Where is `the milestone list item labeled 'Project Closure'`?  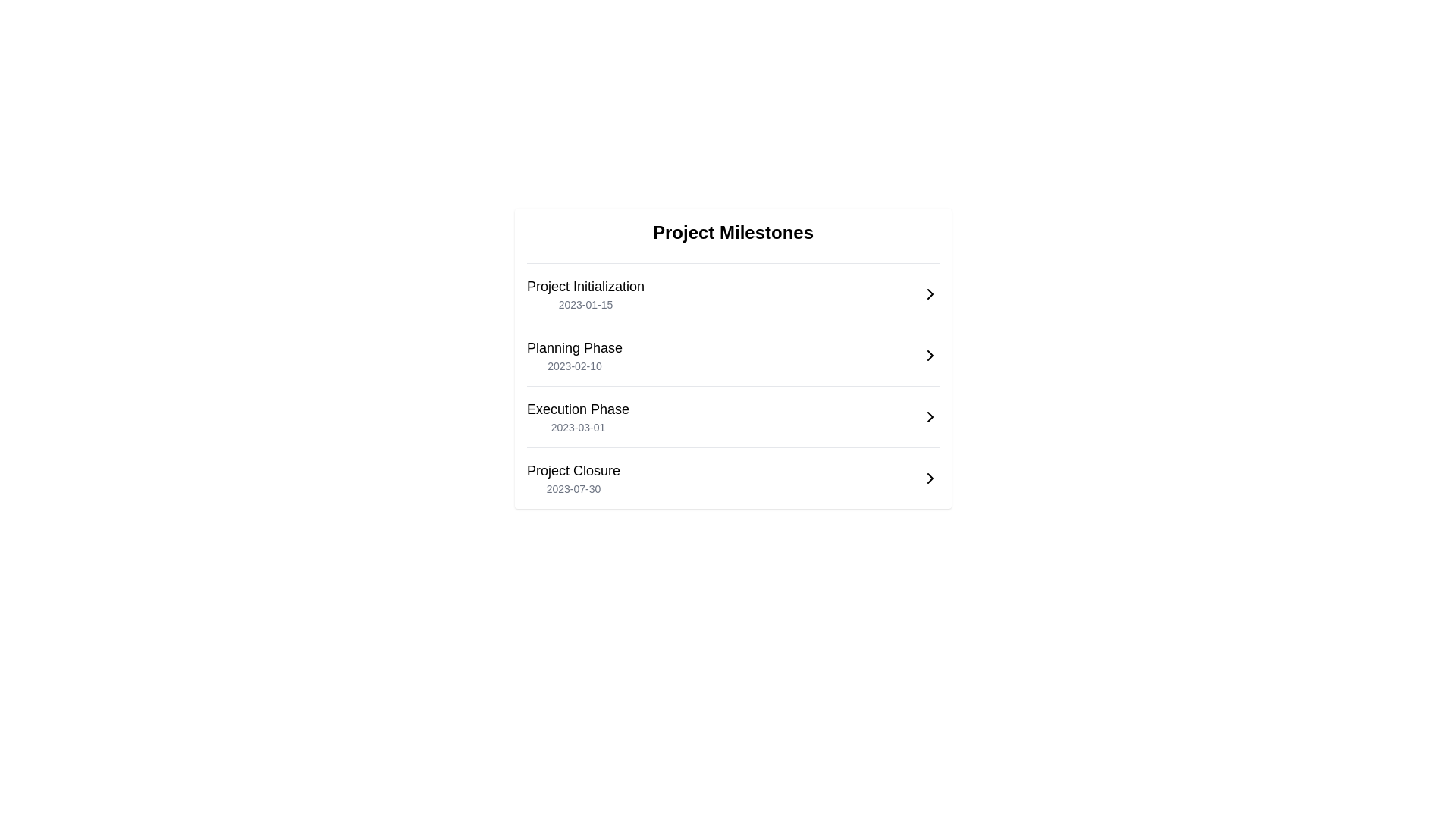 the milestone list item labeled 'Project Closure' is located at coordinates (733, 479).